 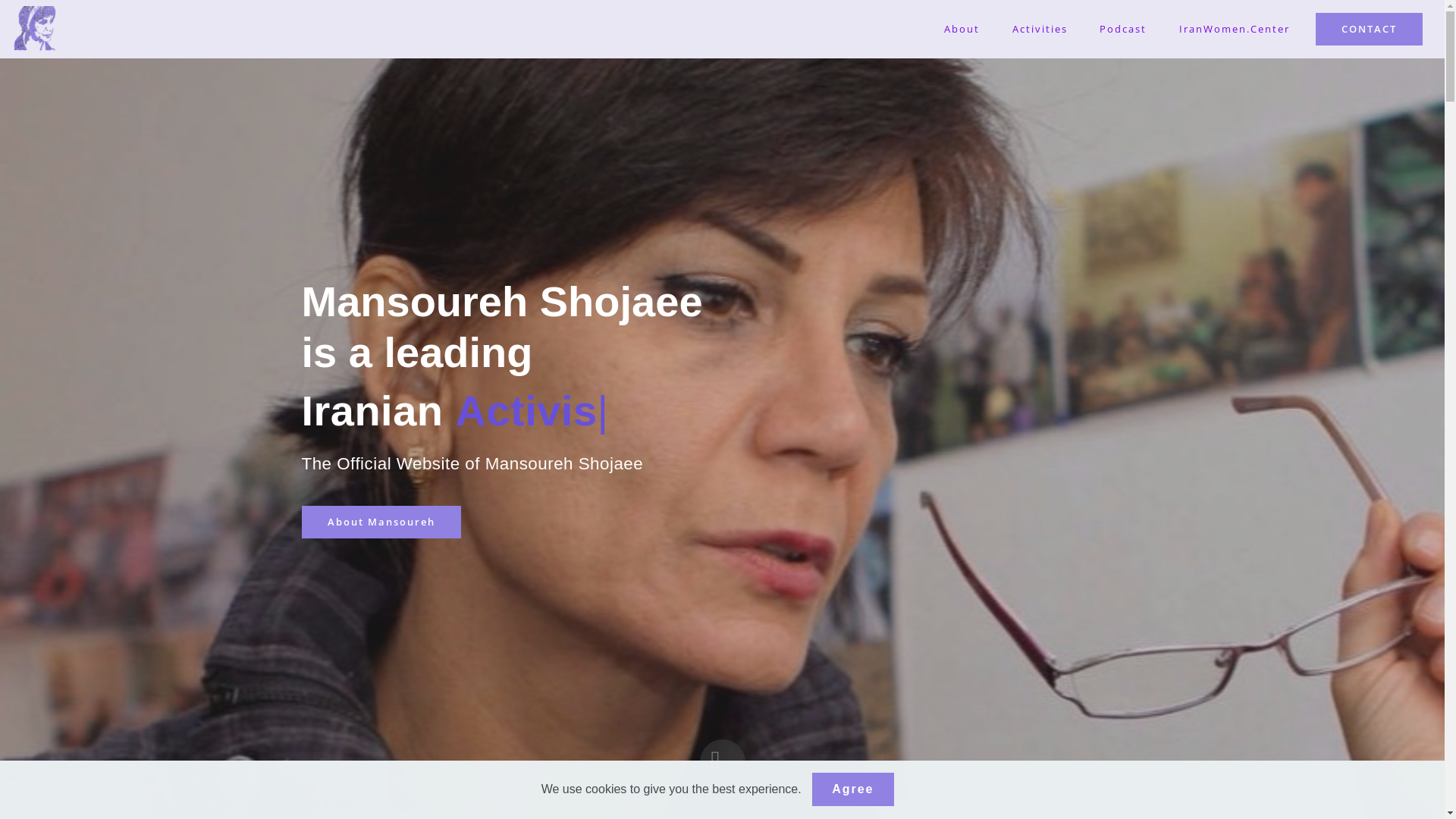 What do you see at coordinates (1039, 29) in the screenshot?
I see `'Activities'` at bounding box center [1039, 29].